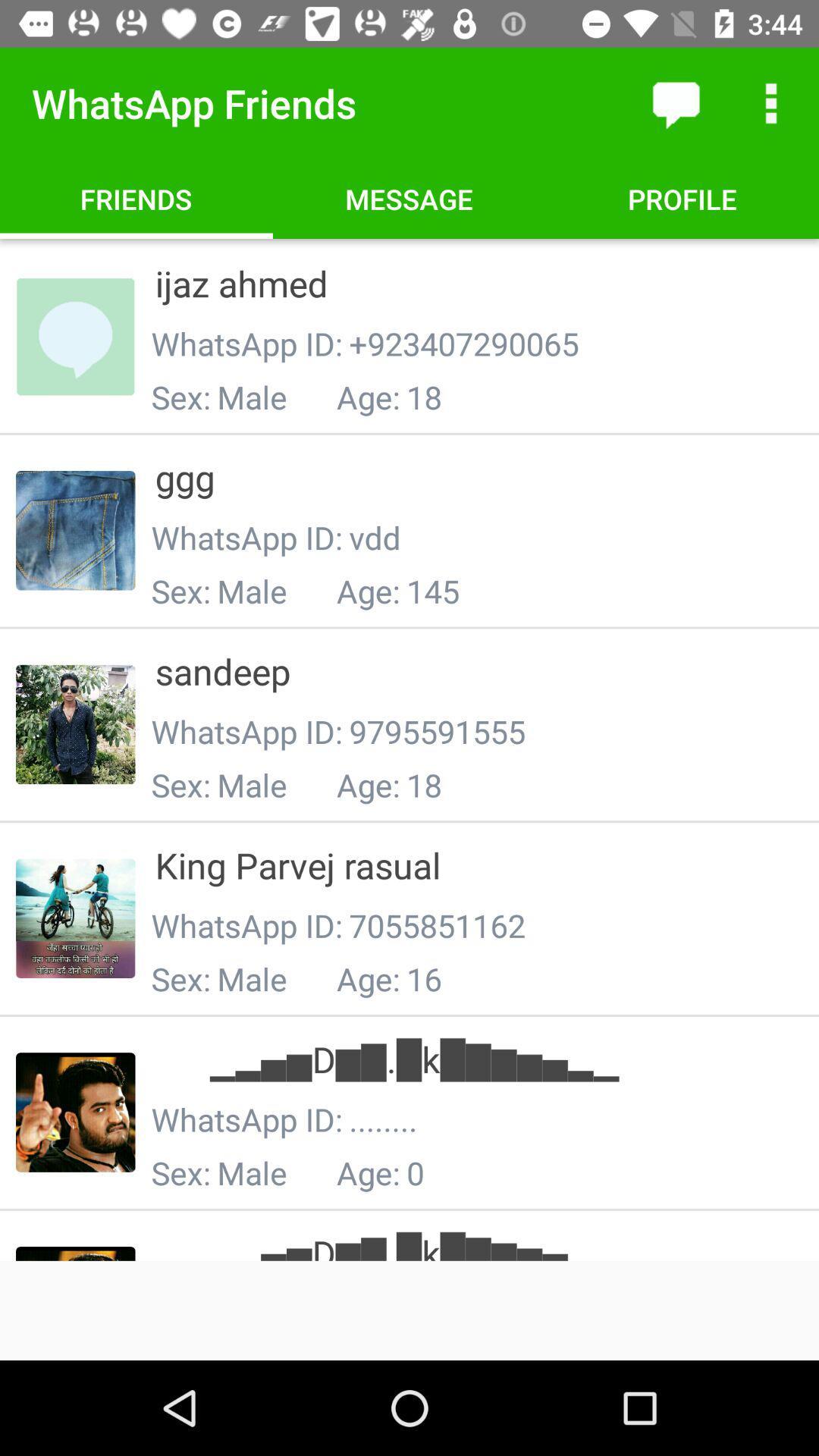  Describe the element at coordinates (771, 102) in the screenshot. I see `more options` at that location.